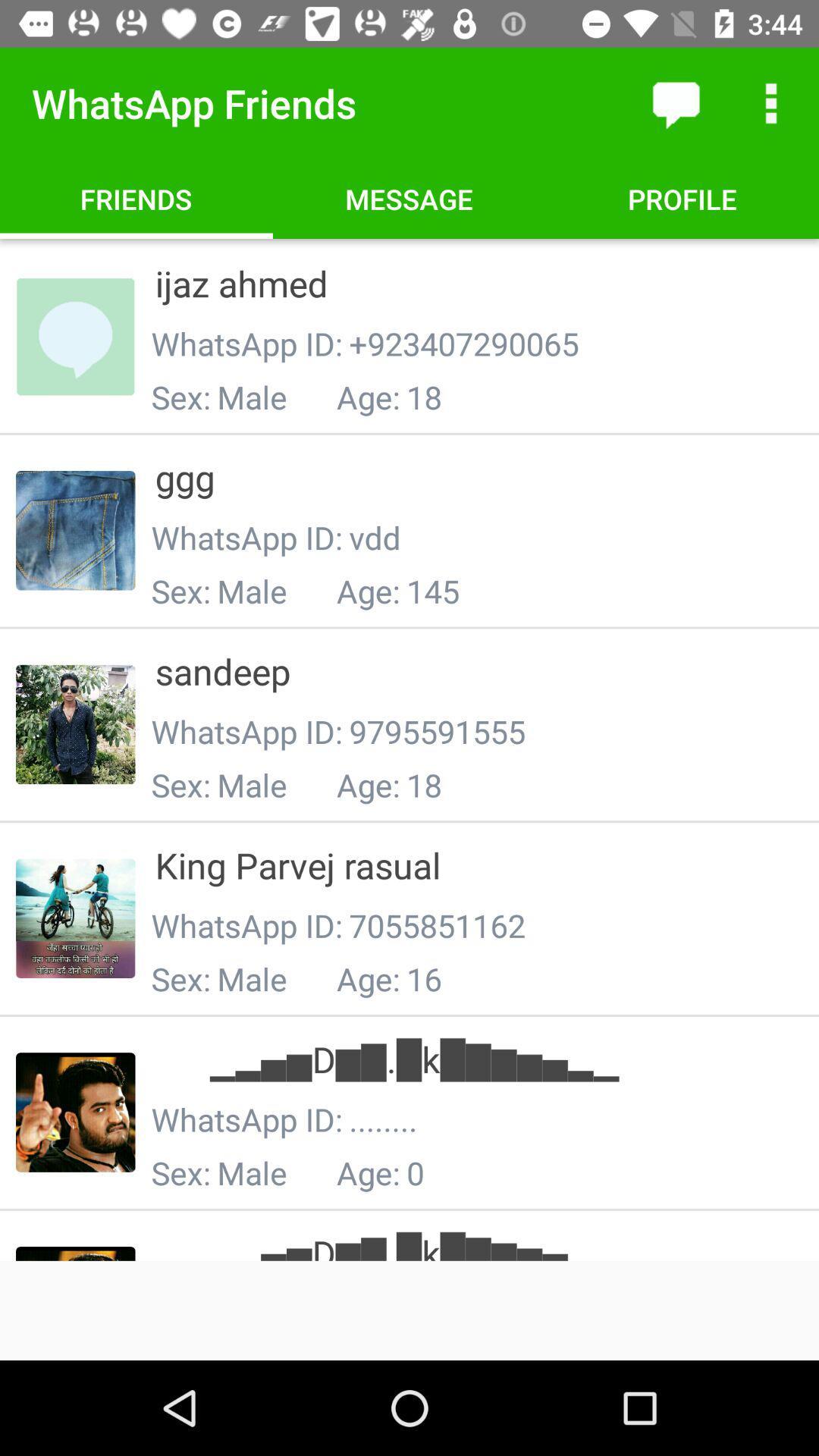  Describe the element at coordinates (771, 102) in the screenshot. I see `more options` at that location.